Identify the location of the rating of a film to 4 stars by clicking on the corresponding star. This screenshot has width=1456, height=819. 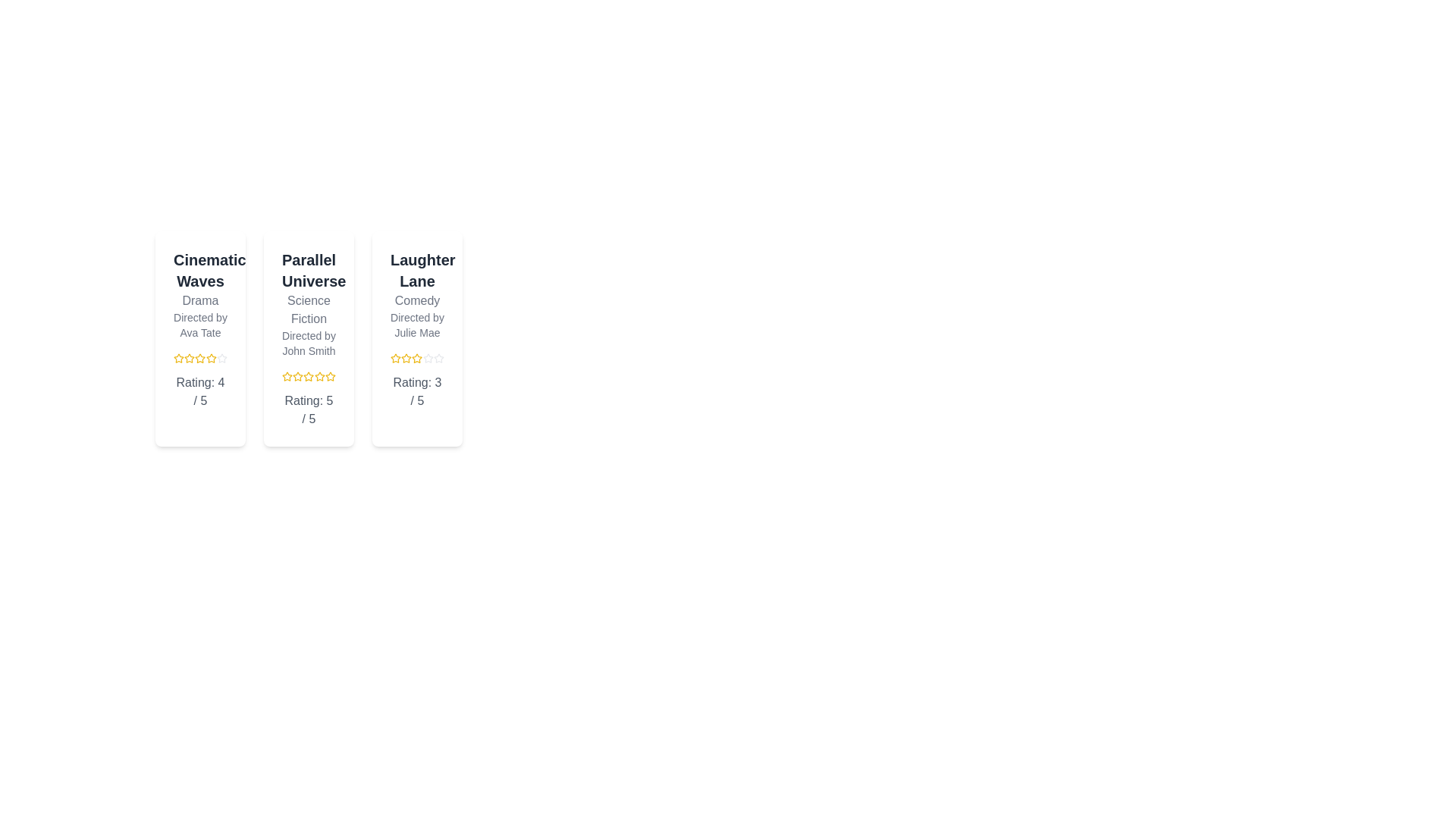
(210, 359).